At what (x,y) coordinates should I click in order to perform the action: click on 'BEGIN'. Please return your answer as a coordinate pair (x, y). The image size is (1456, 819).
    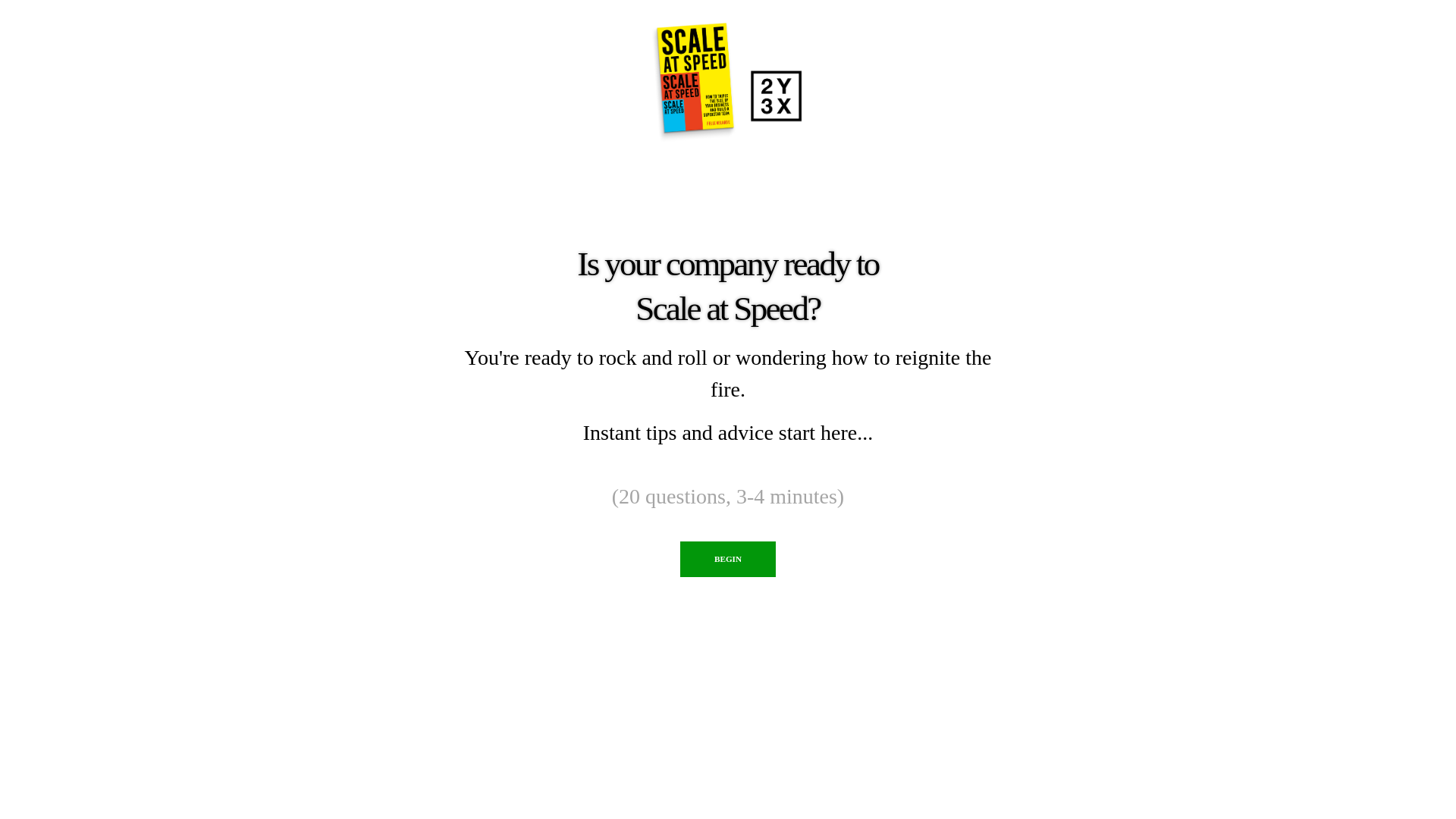
    Looking at the image, I should click on (728, 559).